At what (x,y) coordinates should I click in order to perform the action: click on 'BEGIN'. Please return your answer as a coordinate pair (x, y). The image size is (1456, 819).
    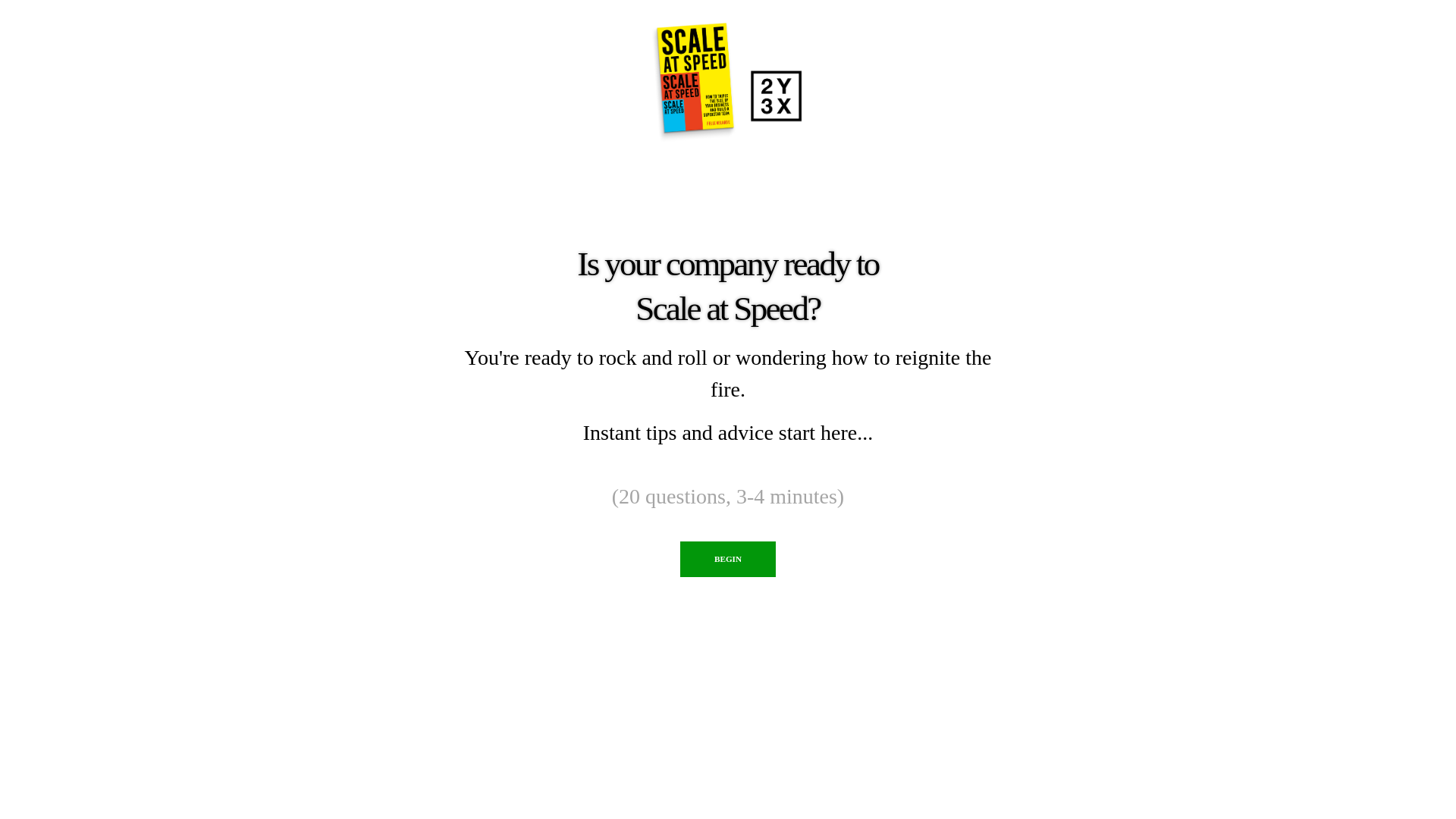
    Looking at the image, I should click on (728, 559).